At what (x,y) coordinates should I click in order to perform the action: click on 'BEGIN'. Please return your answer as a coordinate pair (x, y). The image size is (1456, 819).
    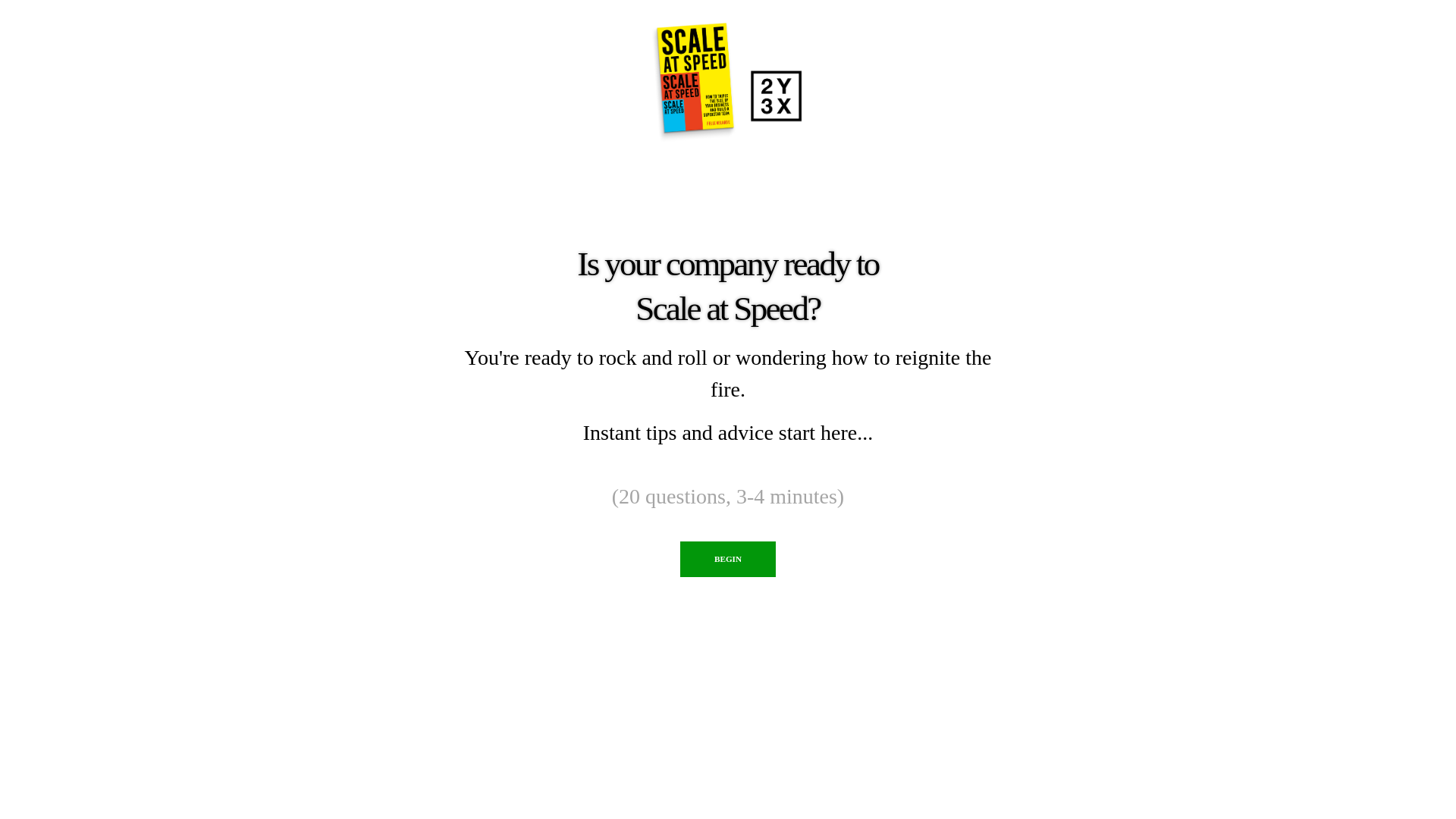
    Looking at the image, I should click on (728, 559).